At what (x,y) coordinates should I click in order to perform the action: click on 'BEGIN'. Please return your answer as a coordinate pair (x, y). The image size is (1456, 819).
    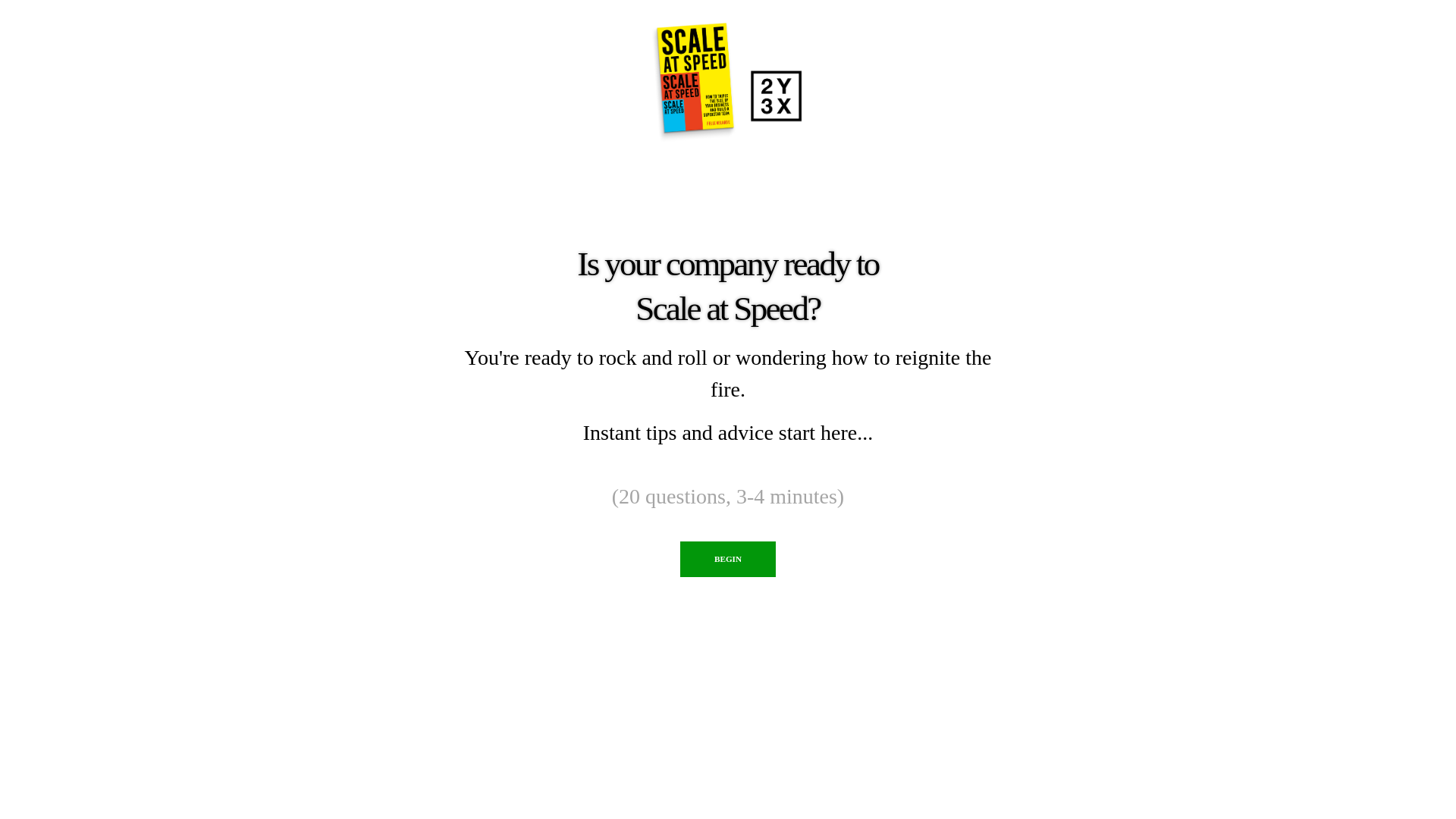
    Looking at the image, I should click on (728, 559).